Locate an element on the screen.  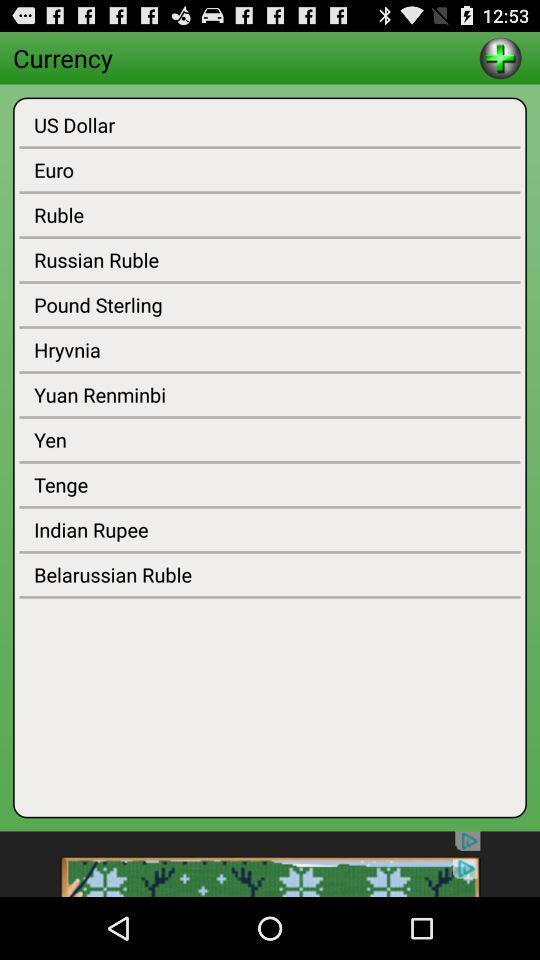
advertisement details is located at coordinates (270, 863).